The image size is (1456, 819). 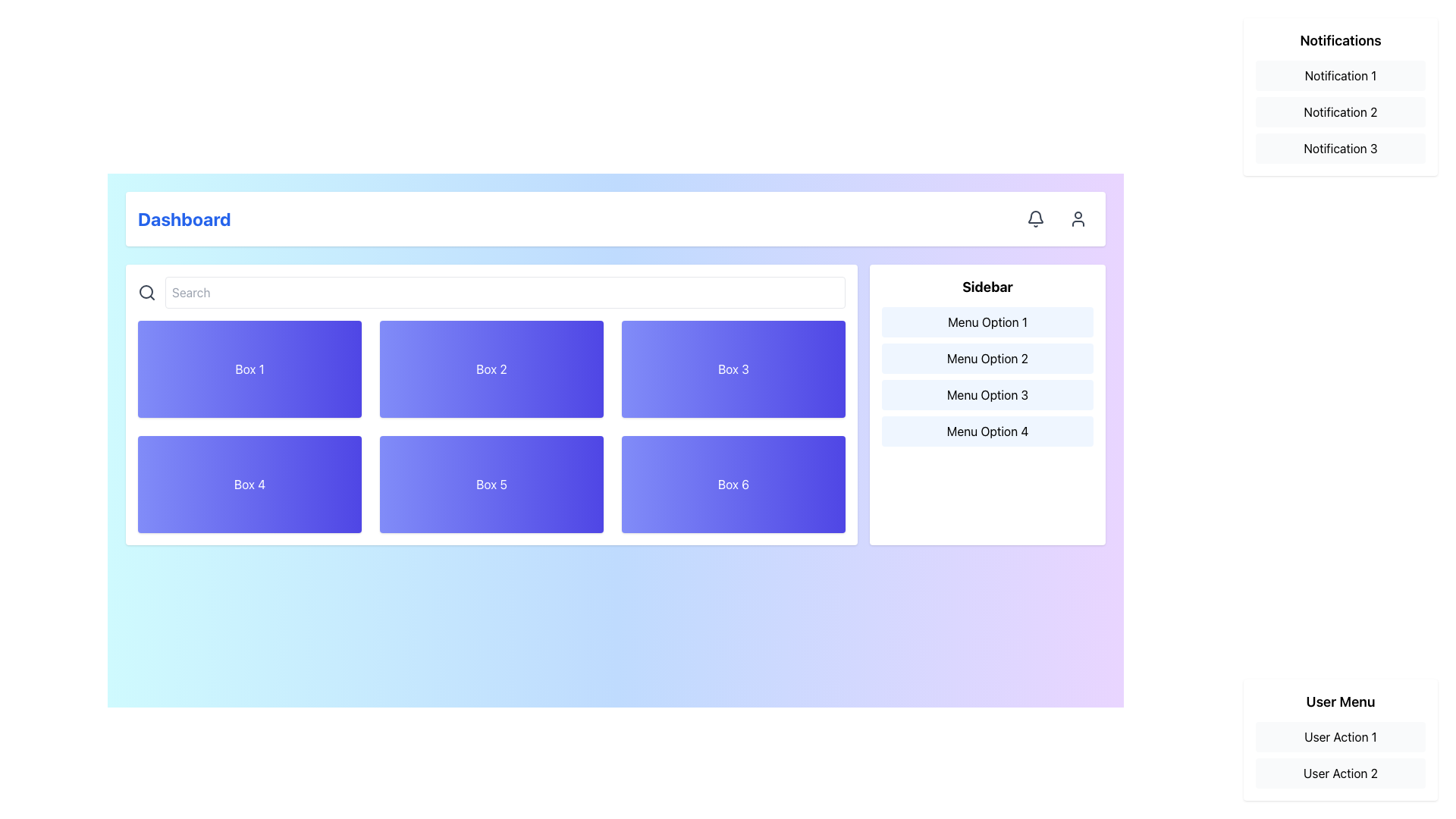 What do you see at coordinates (1340, 76) in the screenshot?
I see `the static notification item labeled 'Notification 1' at the top of the notification list` at bounding box center [1340, 76].